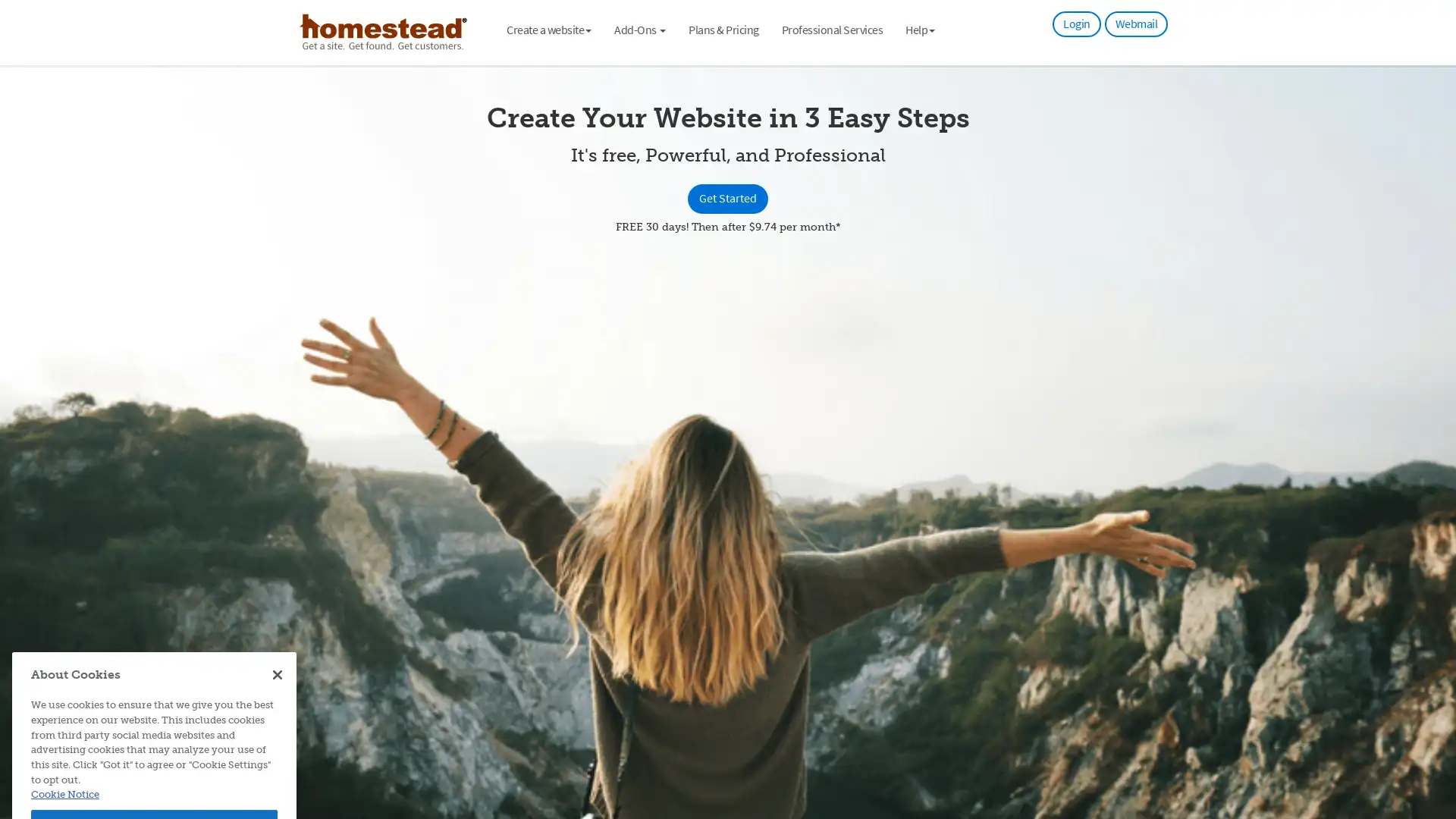 This screenshot has height=819, width=1456. I want to click on Got It, so click(154, 730).